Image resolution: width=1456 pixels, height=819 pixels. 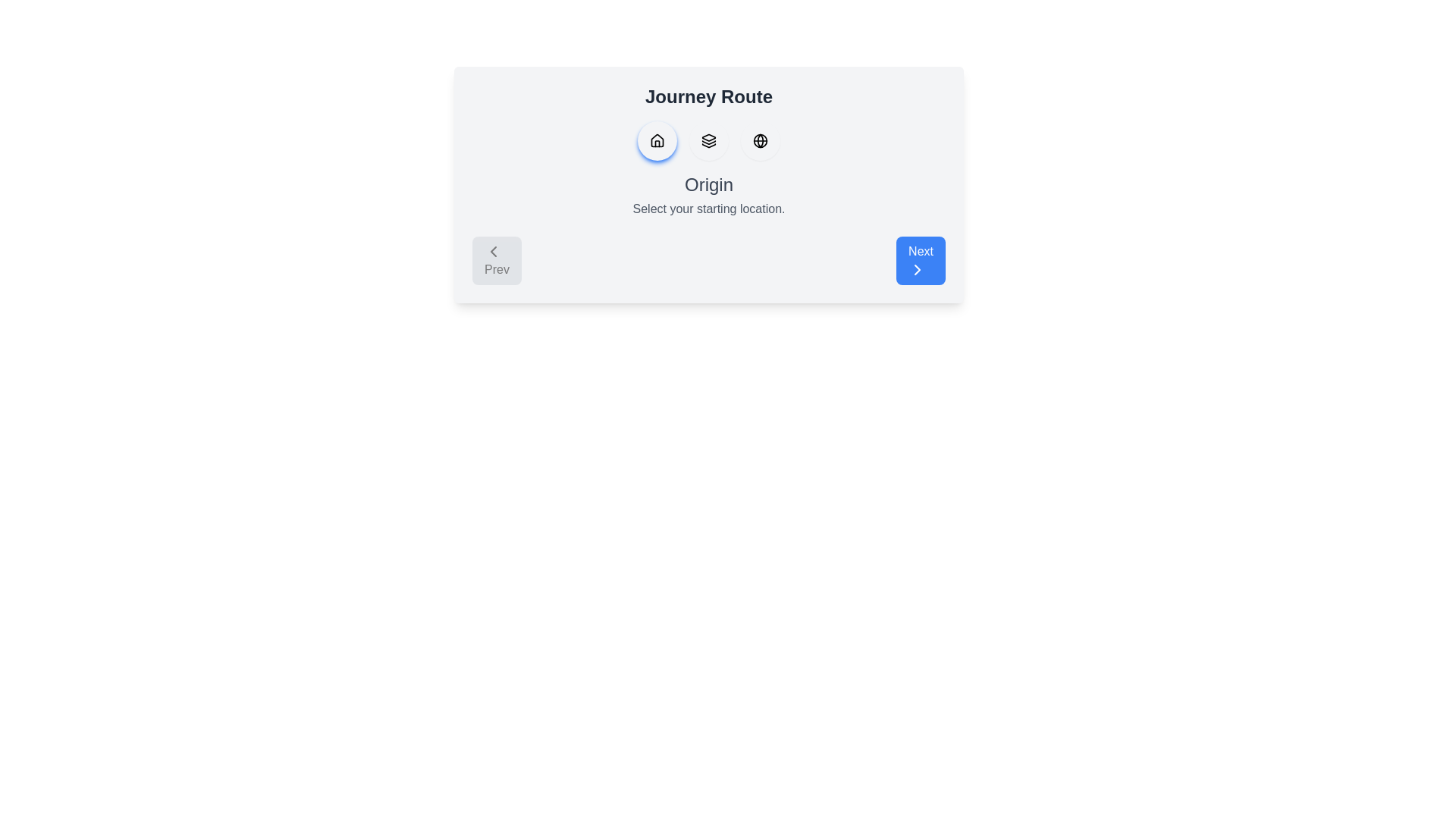 I want to click on the circular stroke representing the outer rim of the globe icon, which is the second icon from the left in the horizontal row of icons on the upper part of the card, so click(x=761, y=140).